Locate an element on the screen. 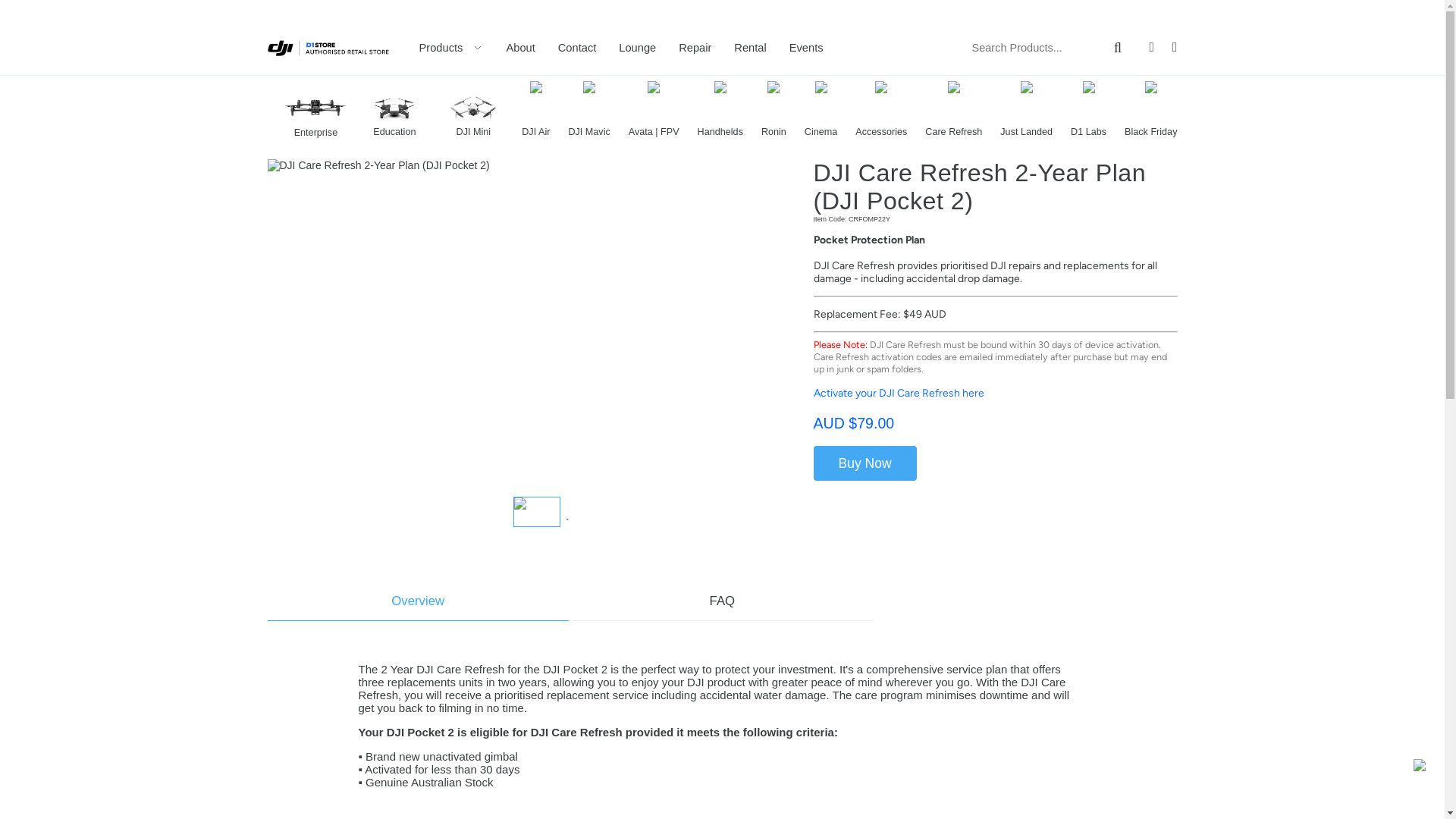 This screenshot has height=819, width=1456. 'Lounge' is located at coordinates (619, 46).